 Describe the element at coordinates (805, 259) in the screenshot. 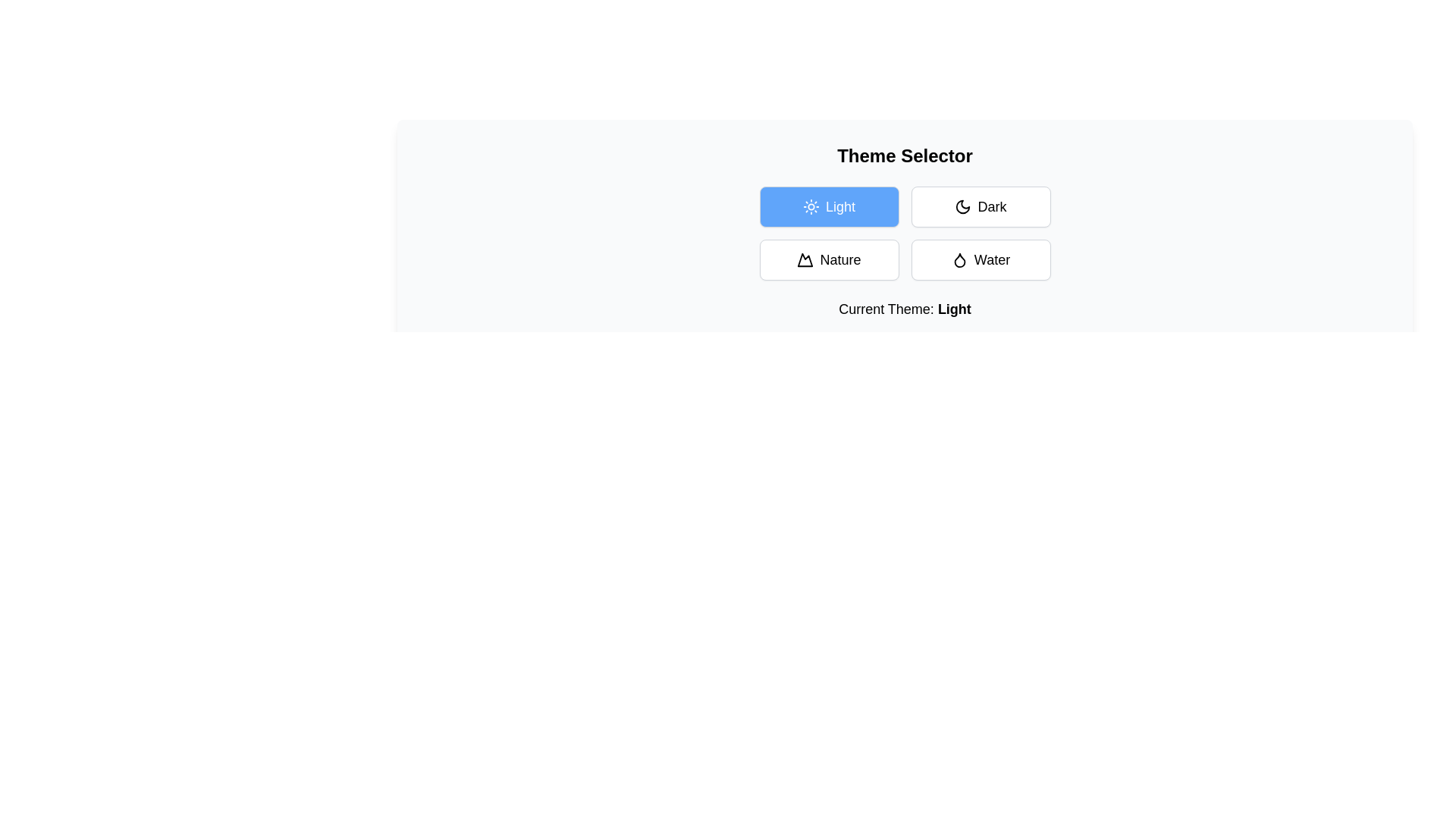

I see `the mountain outline icon located inside the 'Nature' button, which is part of the Theme Selector row` at that location.